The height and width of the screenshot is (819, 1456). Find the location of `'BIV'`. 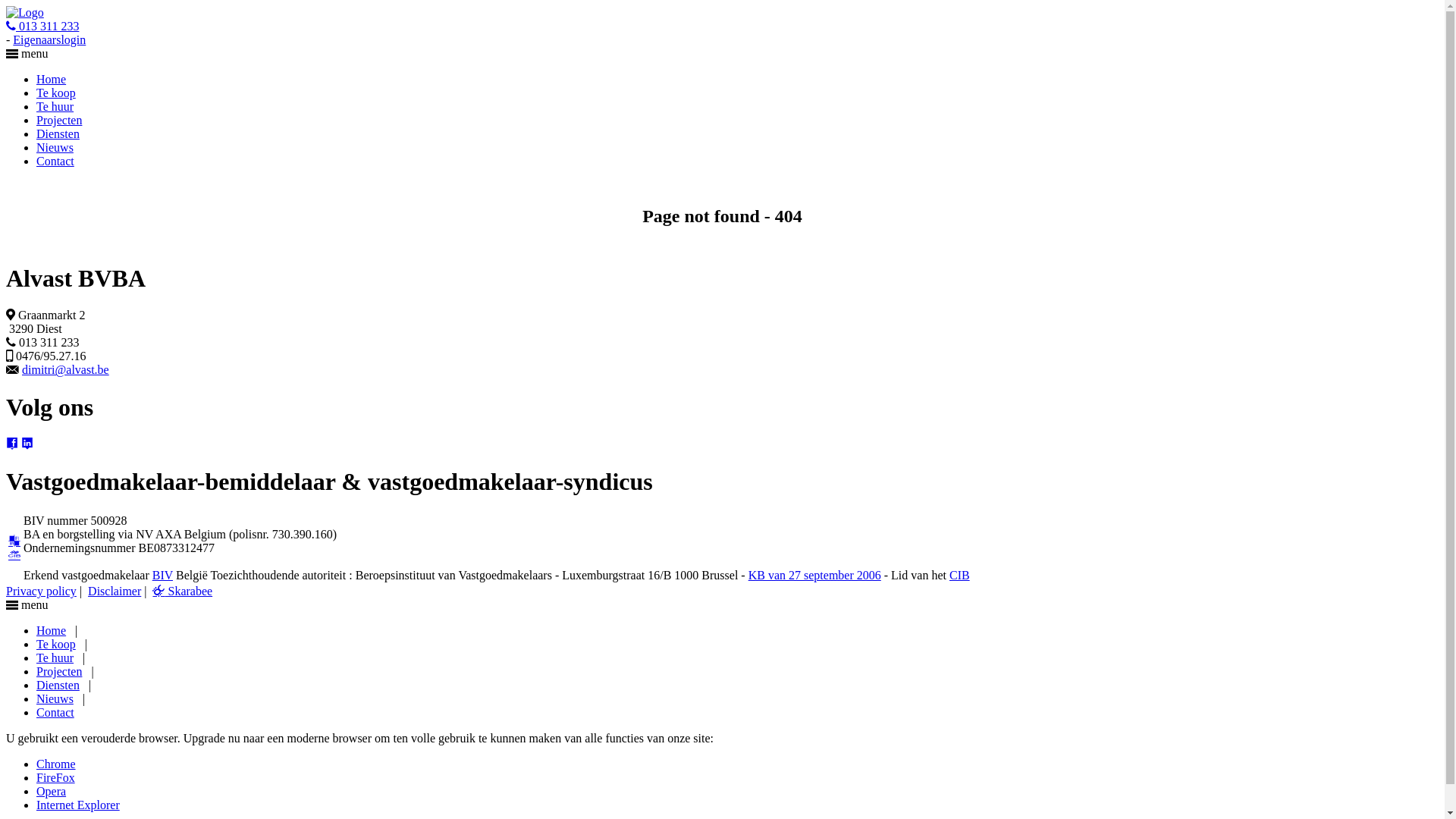

'BIV' is located at coordinates (162, 575).